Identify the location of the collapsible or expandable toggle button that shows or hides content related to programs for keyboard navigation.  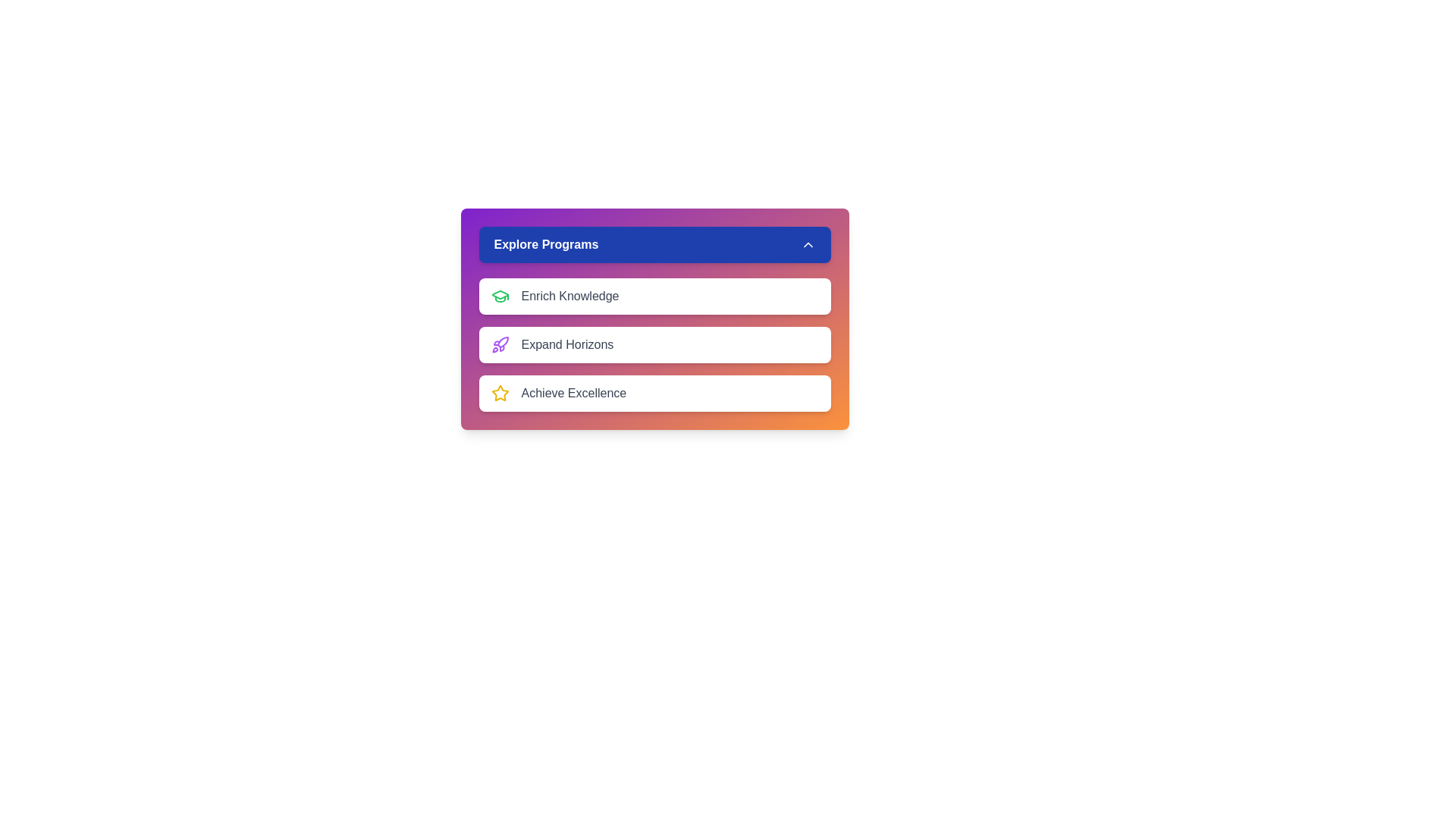
(654, 244).